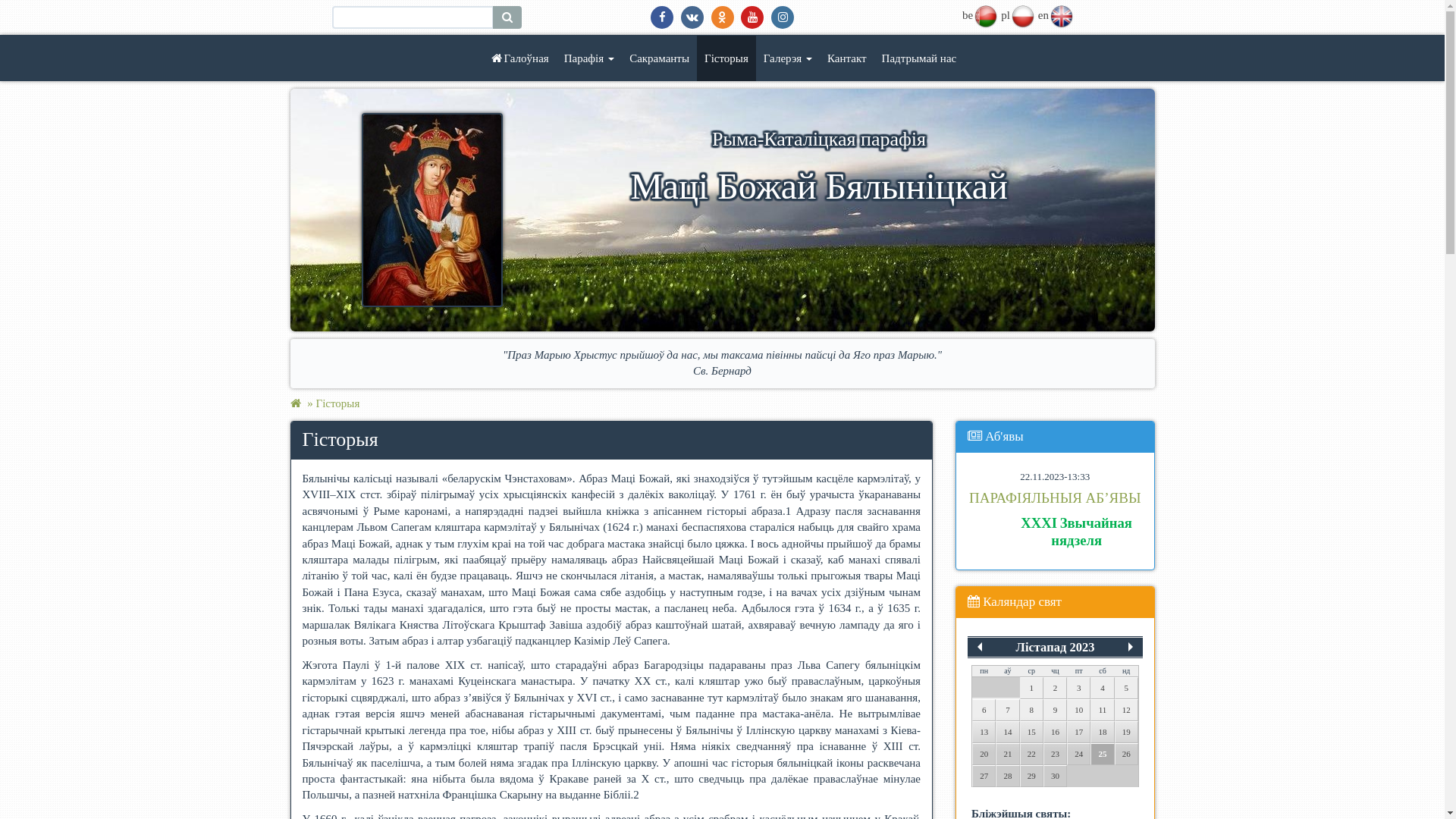  What do you see at coordinates (1131, 646) in the screenshot?
I see `'next'` at bounding box center [1131, 646].